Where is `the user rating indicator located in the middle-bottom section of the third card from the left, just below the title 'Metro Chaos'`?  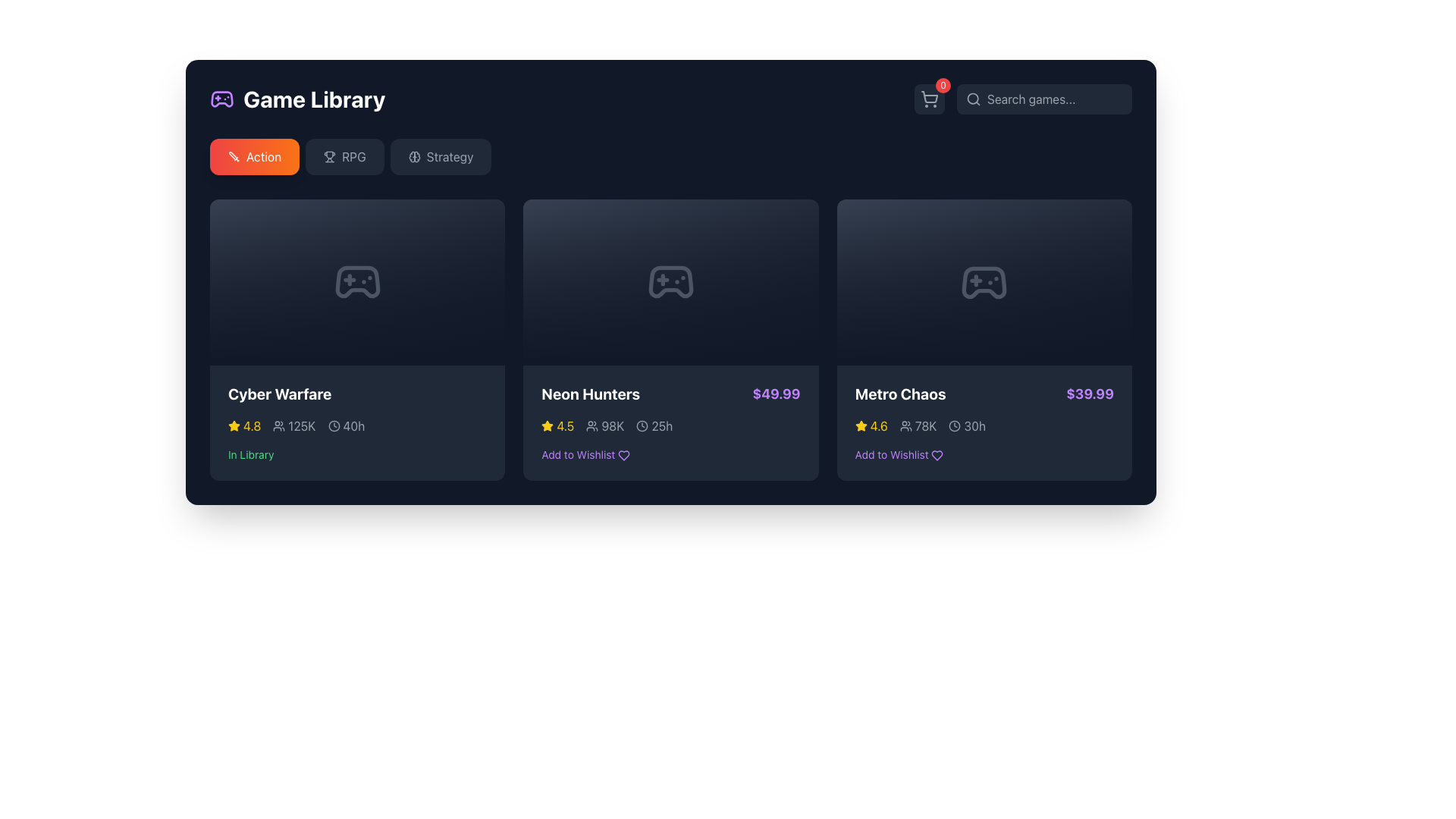
the user rating indicator located in the middle-bottom section of the third card from the left, just below the title 'Metro Chaos' is located at coordinates (871, 426).